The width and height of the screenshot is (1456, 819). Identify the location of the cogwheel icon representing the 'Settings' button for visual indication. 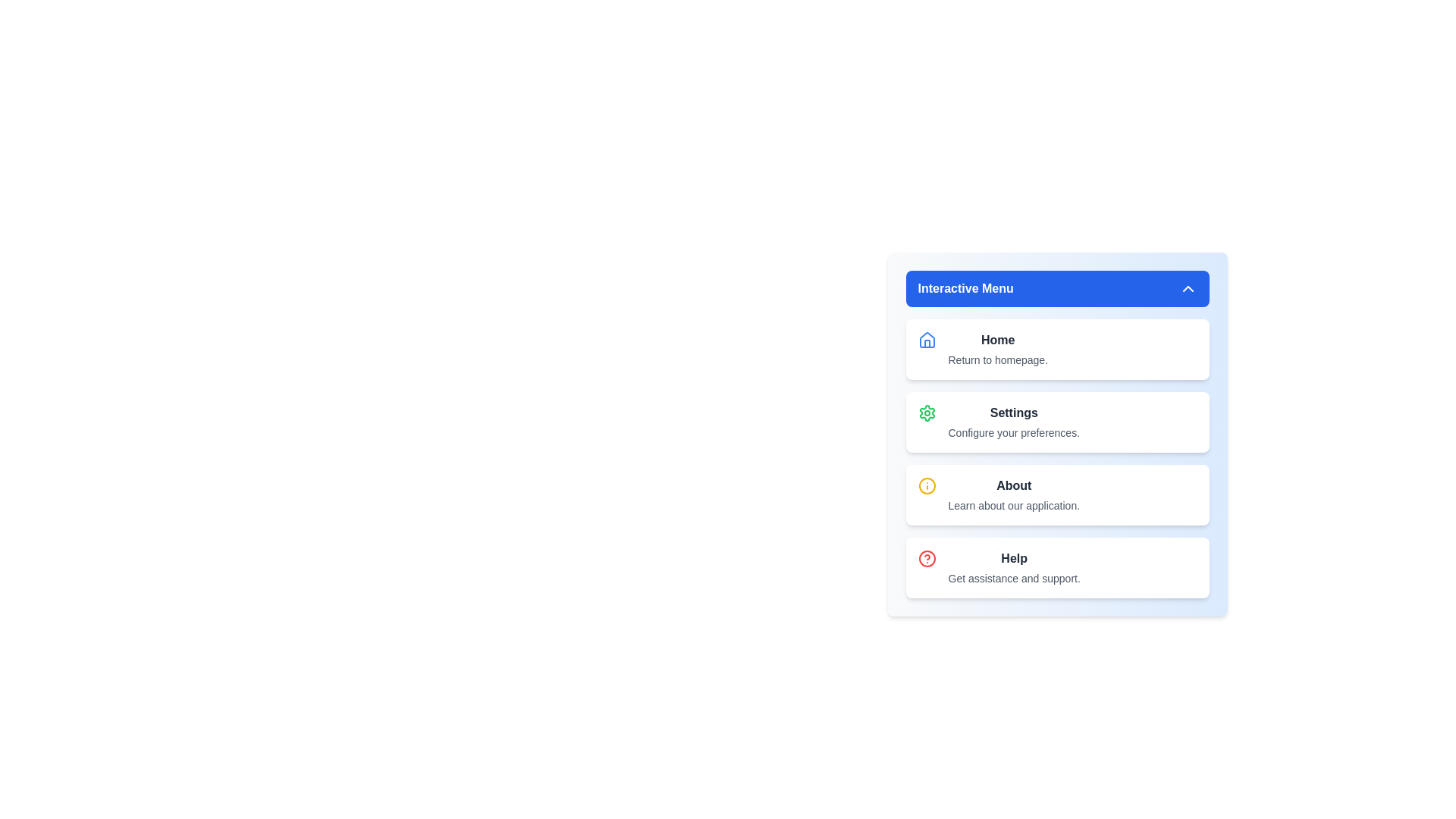
(926, 413).